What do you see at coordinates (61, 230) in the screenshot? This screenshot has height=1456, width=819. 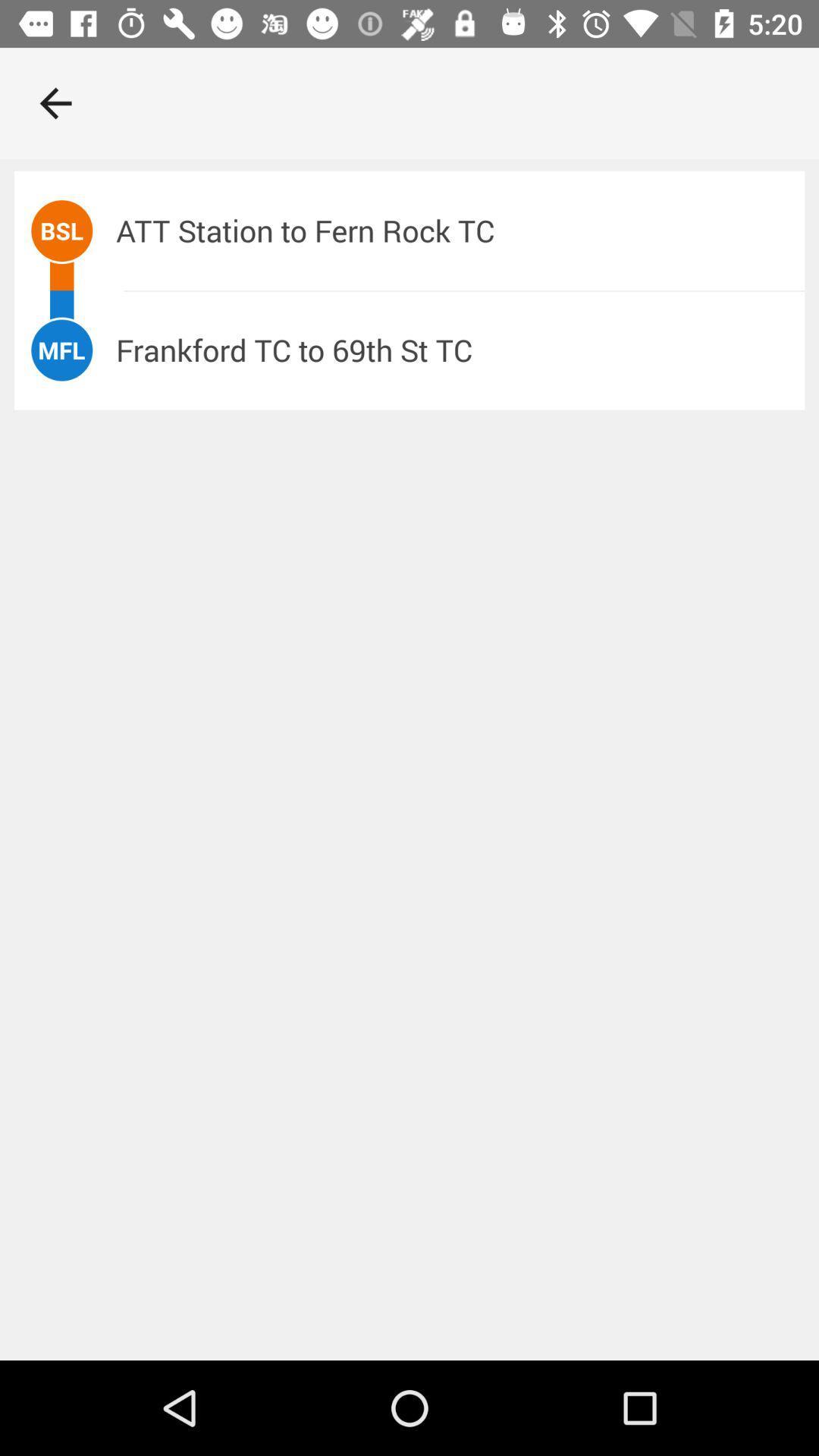 I see `the bsl` at bounding box center [61, 230].